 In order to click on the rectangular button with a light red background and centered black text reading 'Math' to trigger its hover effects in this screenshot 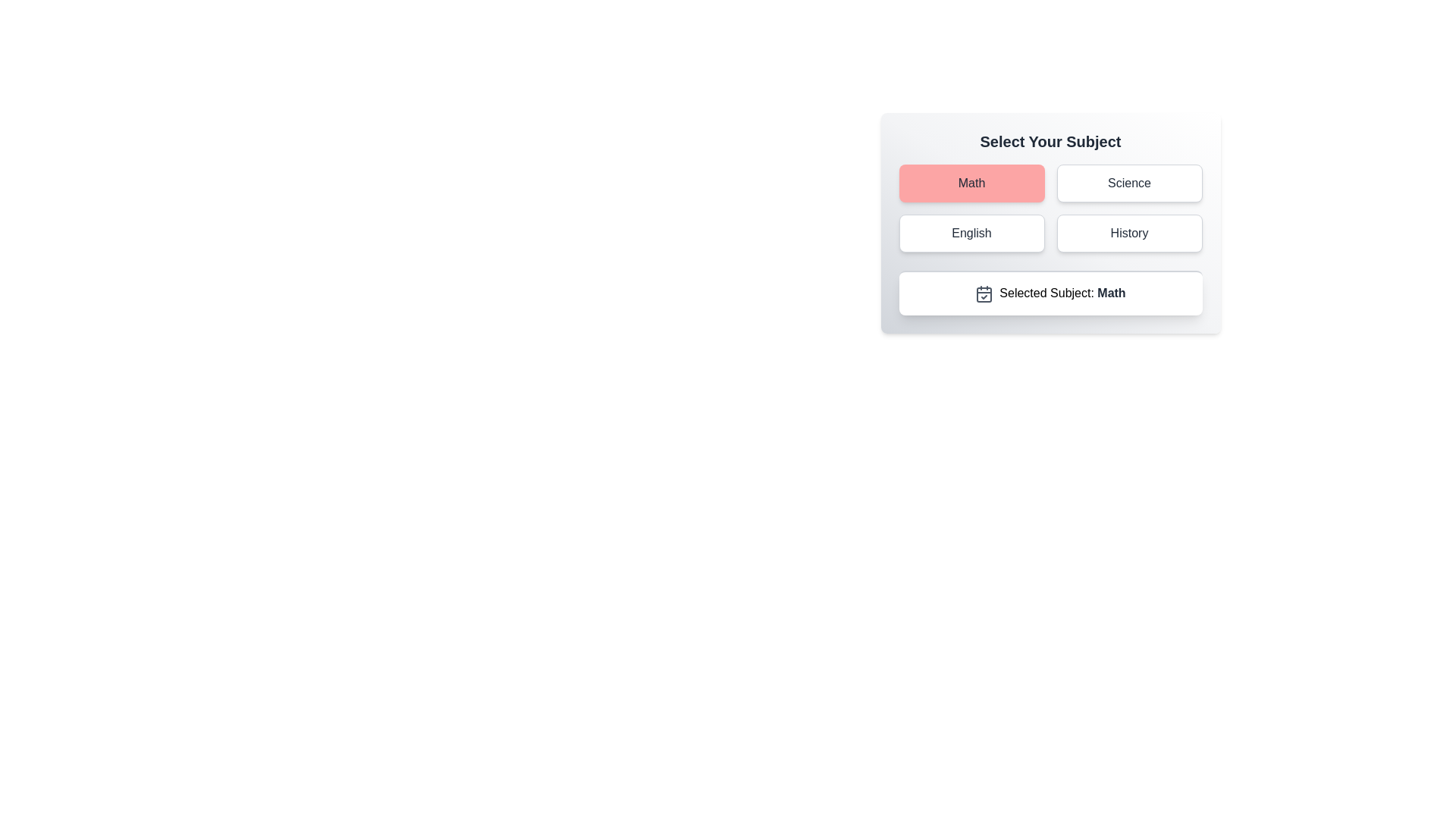, I will do `click(971, 183)`.